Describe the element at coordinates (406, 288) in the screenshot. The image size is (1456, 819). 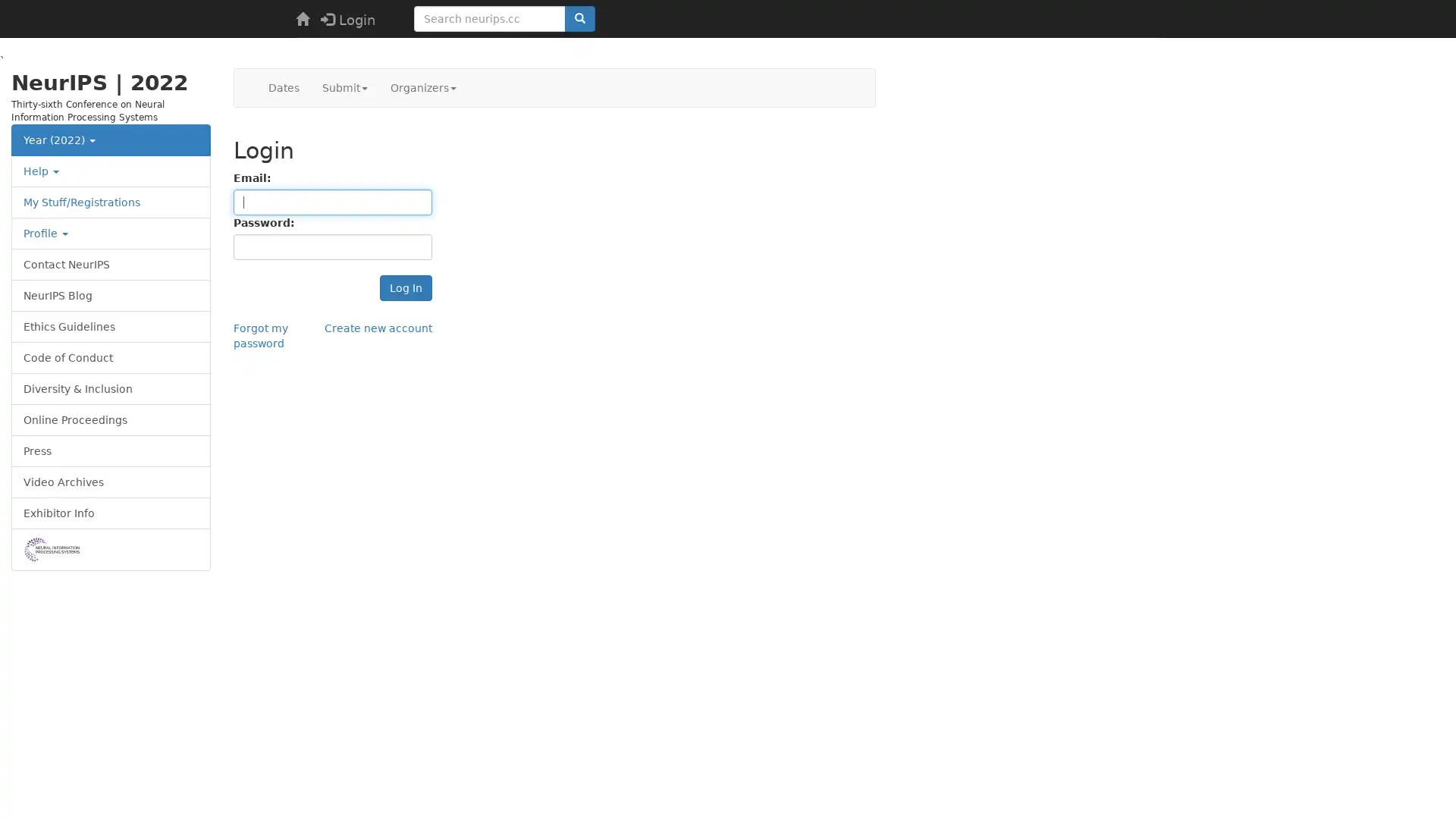
I see `Log In` at that location.